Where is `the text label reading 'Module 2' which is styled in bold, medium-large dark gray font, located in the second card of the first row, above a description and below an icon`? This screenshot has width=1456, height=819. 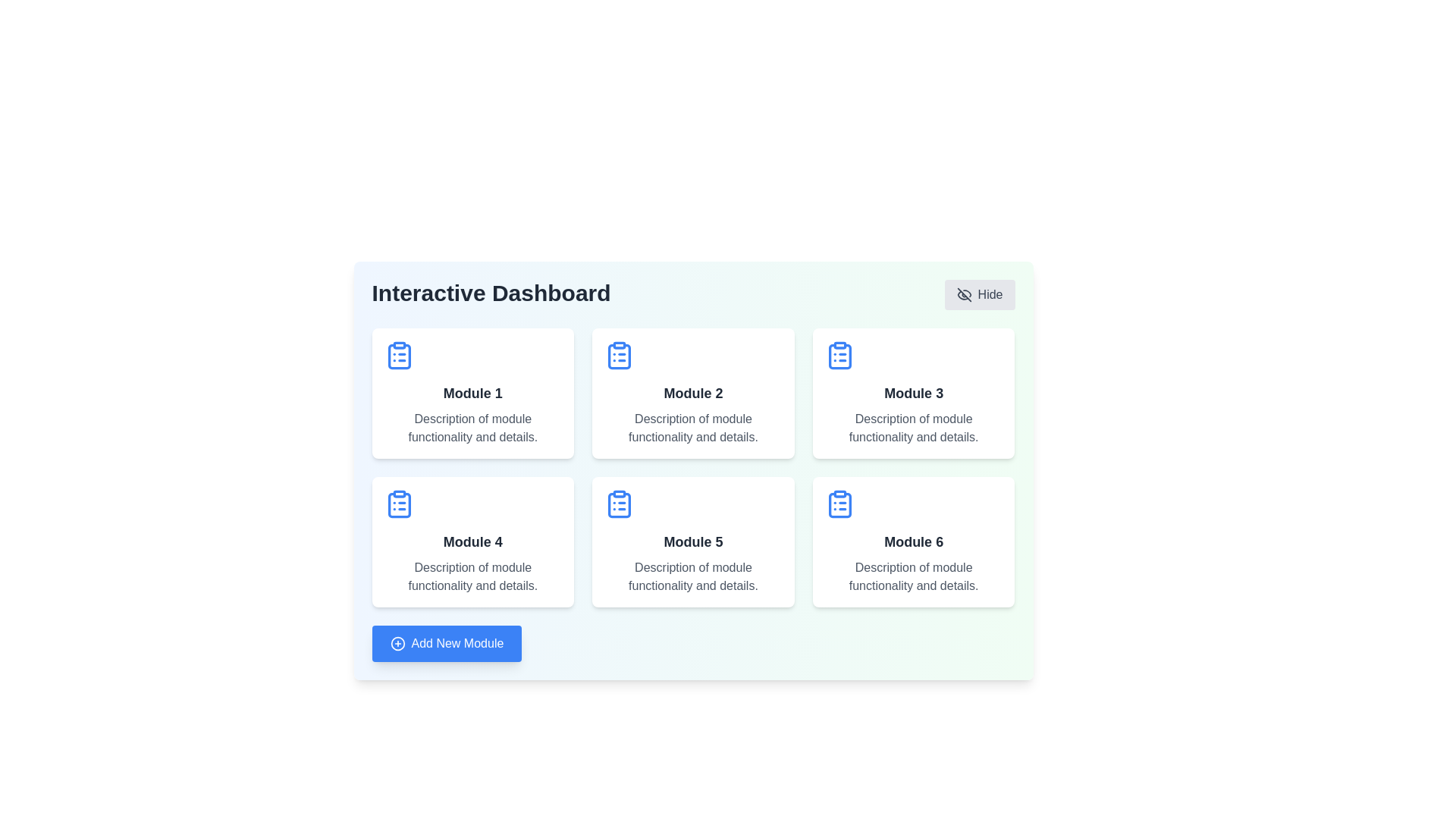
the text label reading 'Module 2' which is styled in bold, medium-large dark gray font, located in the second card of the first row, above a description and below an icon is located at coordinates (692, 393).